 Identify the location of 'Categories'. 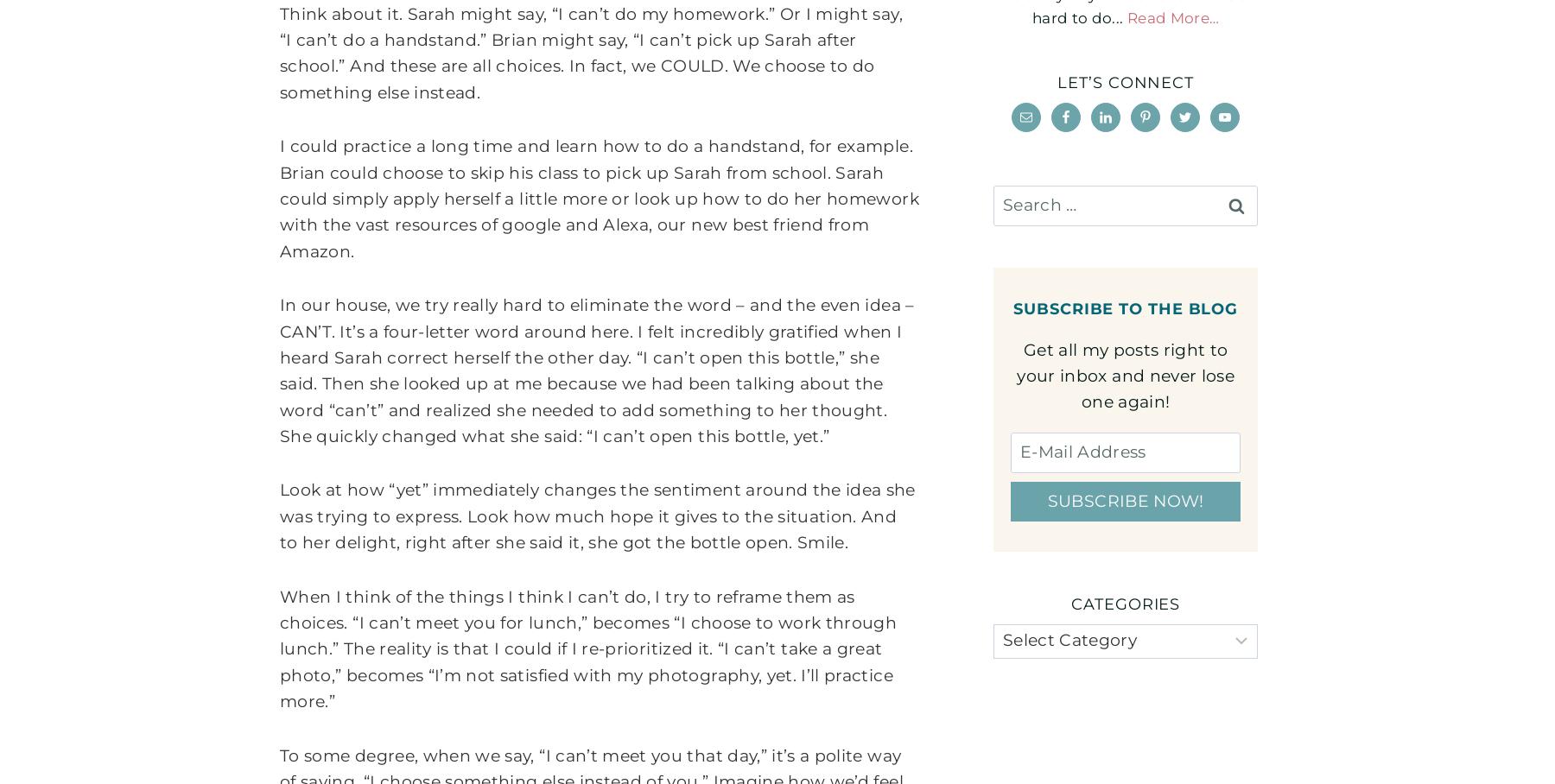
(1126, 602).